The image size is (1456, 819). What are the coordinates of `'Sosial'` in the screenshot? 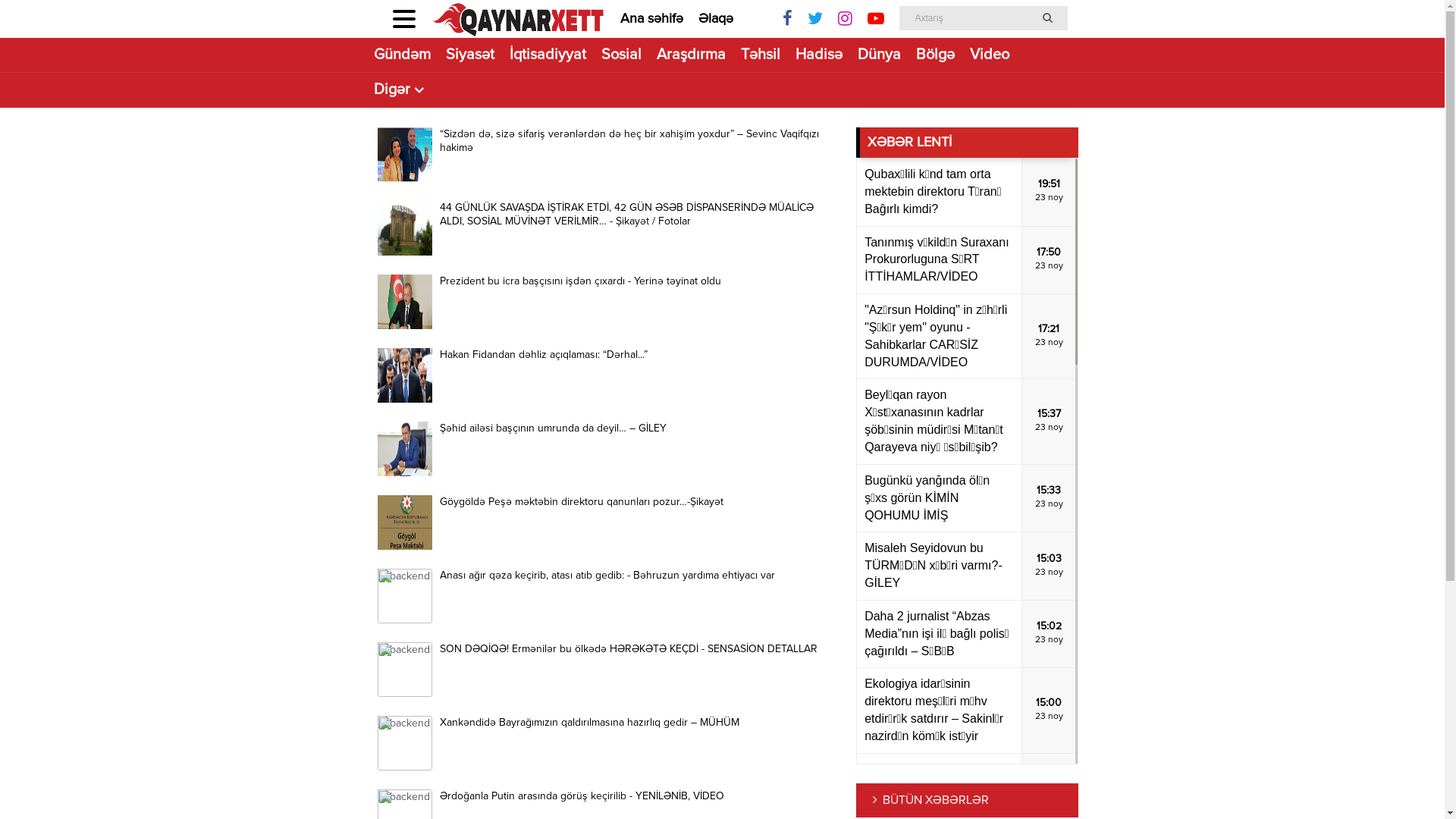 It's located at (620, 55).